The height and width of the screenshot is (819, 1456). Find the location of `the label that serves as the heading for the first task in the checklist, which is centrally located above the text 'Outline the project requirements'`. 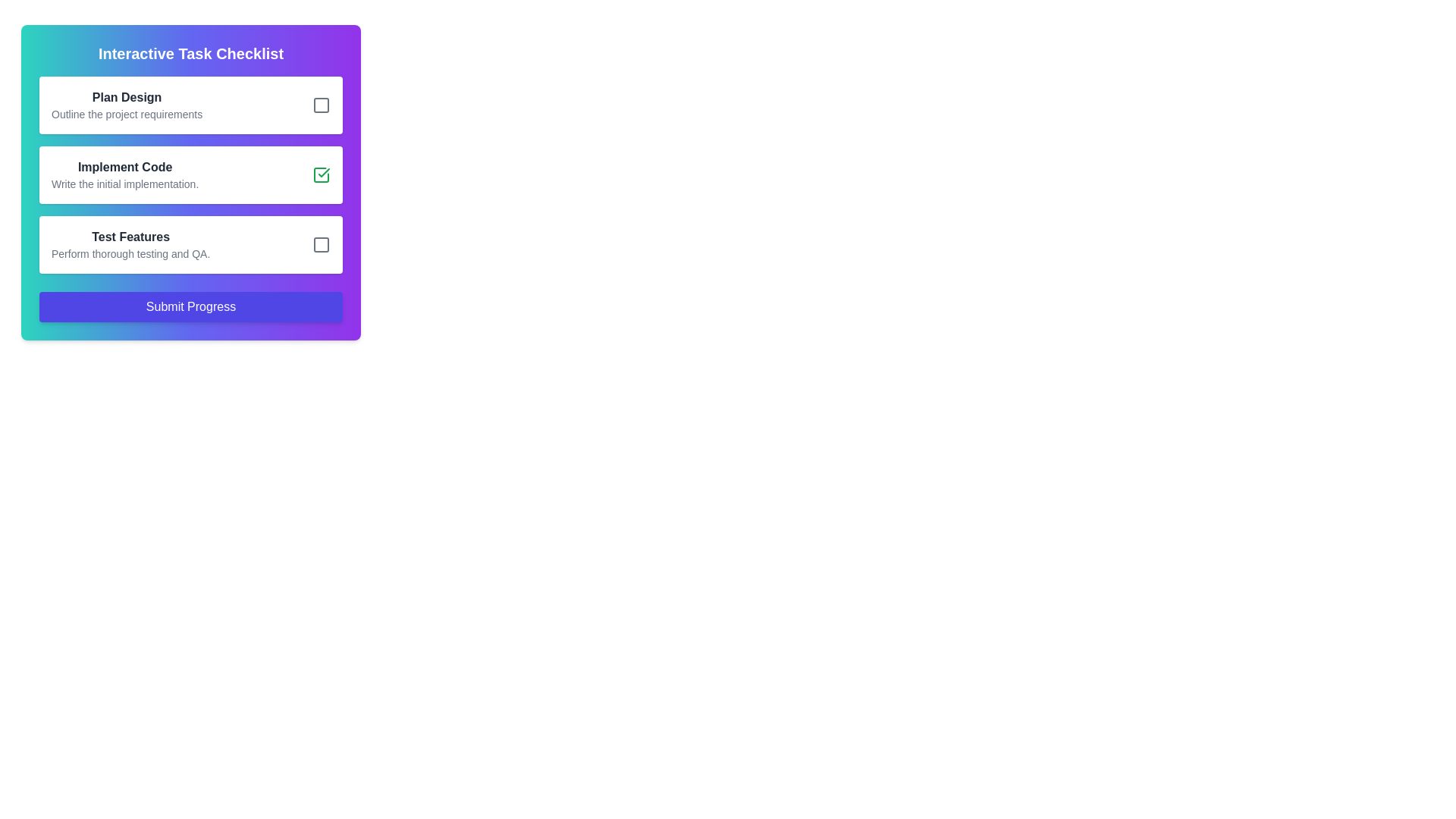

the label that serves as the heading for the first task in the checklist, which is centrally located above the text 'Outline the project requirements' is located at coordinates (127, 97).